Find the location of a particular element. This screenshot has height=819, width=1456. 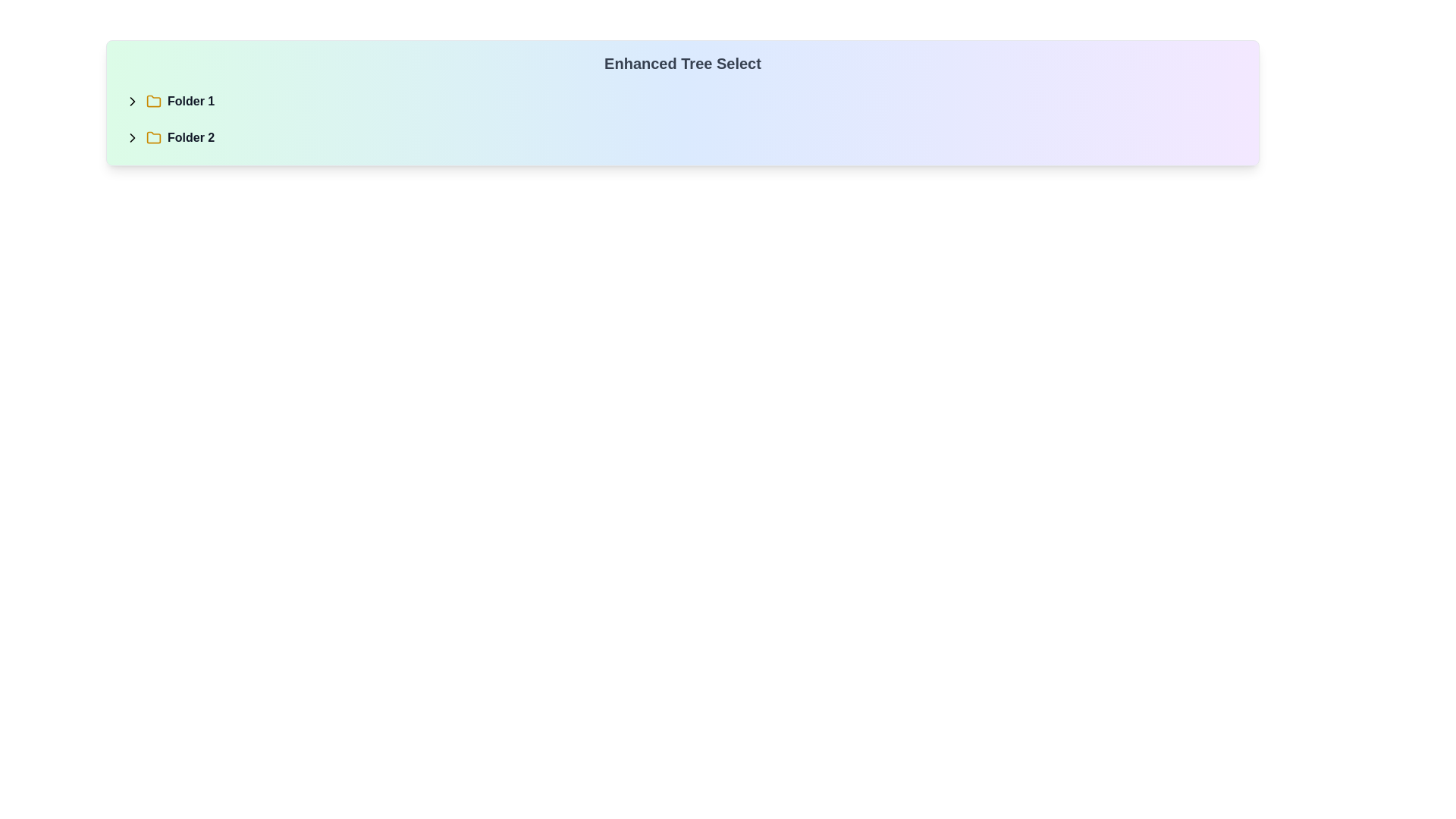

the folder icon located in the selection row next to the text label of 'Folder 2' is located at coordinates (153, 137).